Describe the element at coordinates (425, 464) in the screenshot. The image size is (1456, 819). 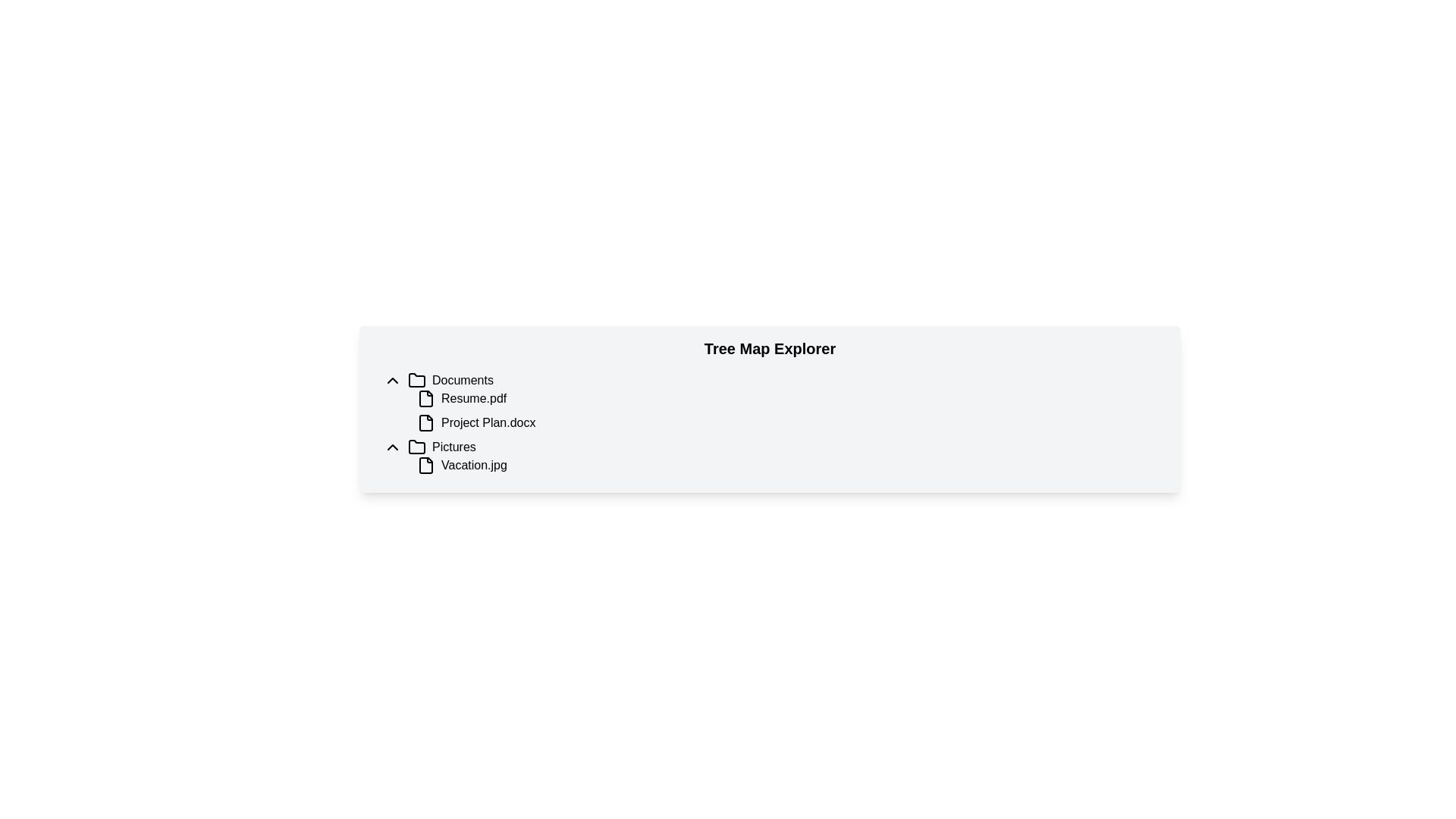
I see `the file icon representing 'Vacation.jpg' in the 'Pictures' directory of the 'Tree Map Explorer' interface` at that location.